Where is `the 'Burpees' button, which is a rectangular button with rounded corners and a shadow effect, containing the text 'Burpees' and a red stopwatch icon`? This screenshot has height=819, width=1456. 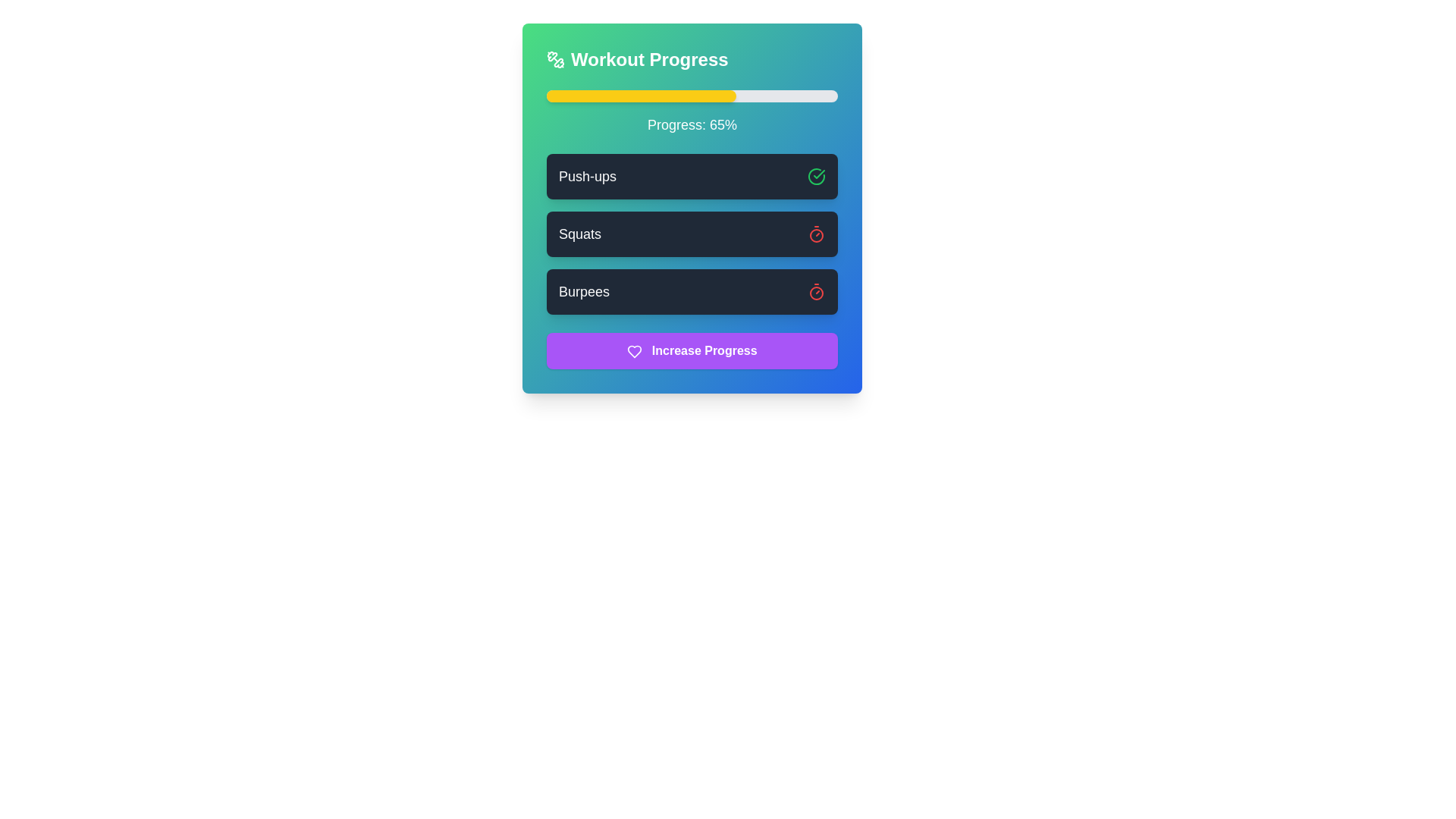
the 'Burpees' button, which is a rectangular button with rounded corners and a shadow effect, containing the text 'Burpees' and a red stopwatch icon is located at coordinates (691, 292).